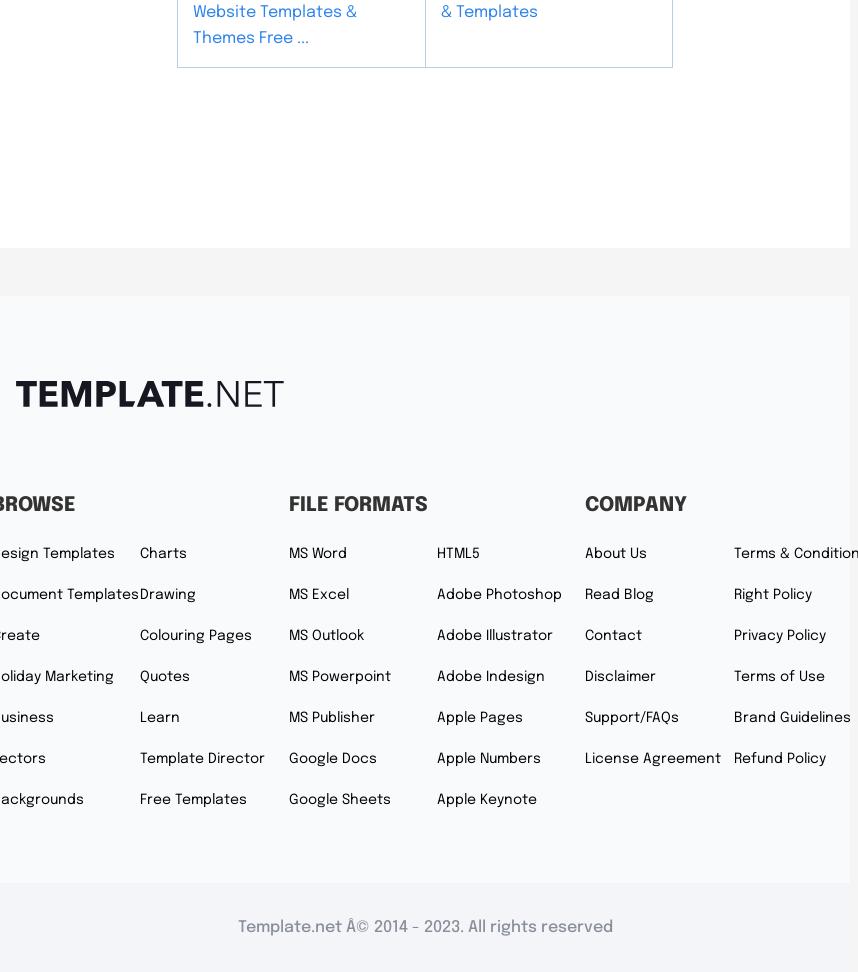  What do you see at coordinates (166, 592) in the screenshot?
I see `'Drawing'` at bounding box center [166, 592].